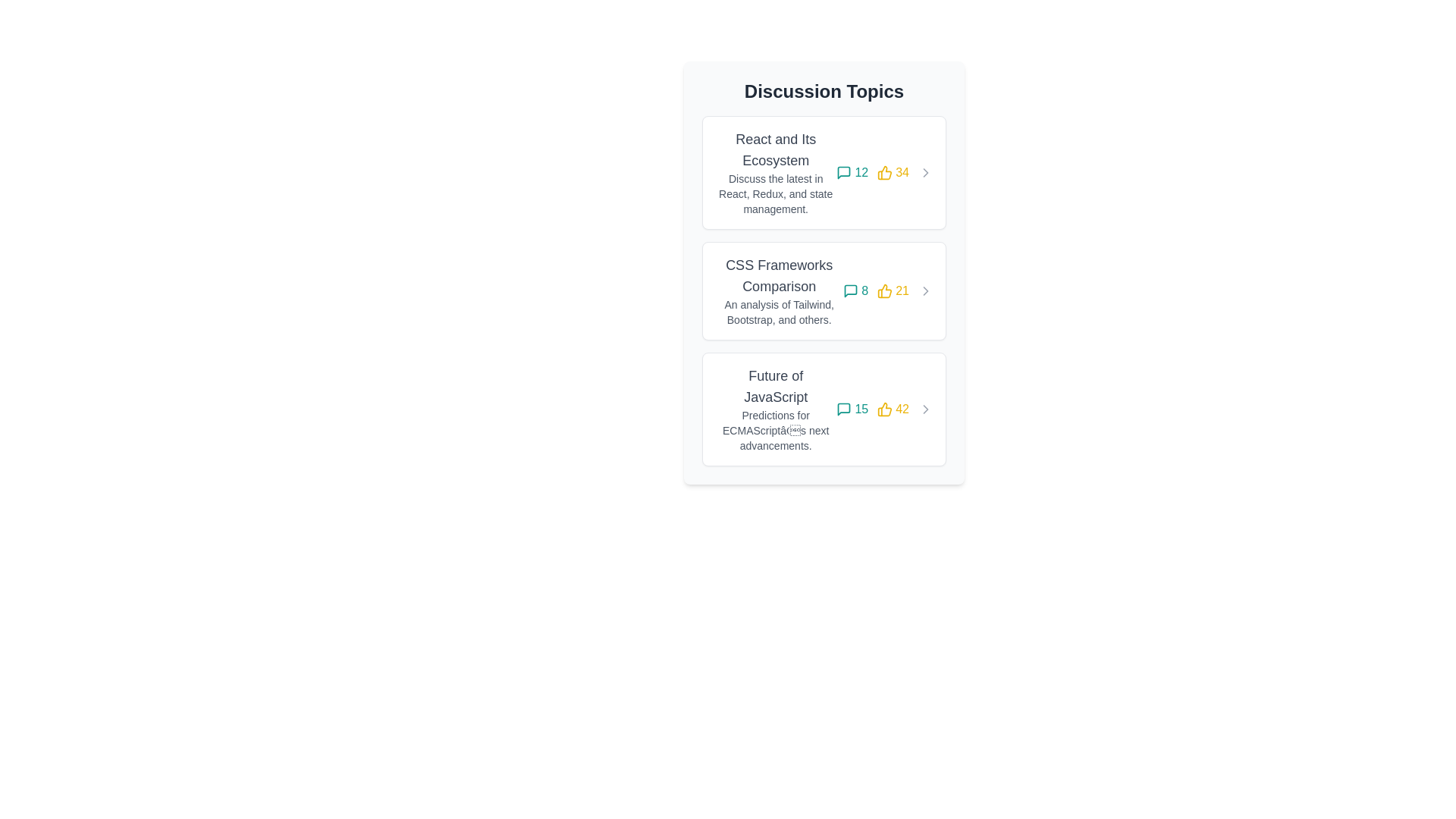  Describe the element at coordinates (885, 171) in the screenshot. I see `the decorative icon representing likes or upvotes next to the number '34' in the 'React and Its Ecosystem' card within the 'Discussion Topics' list` at that location.